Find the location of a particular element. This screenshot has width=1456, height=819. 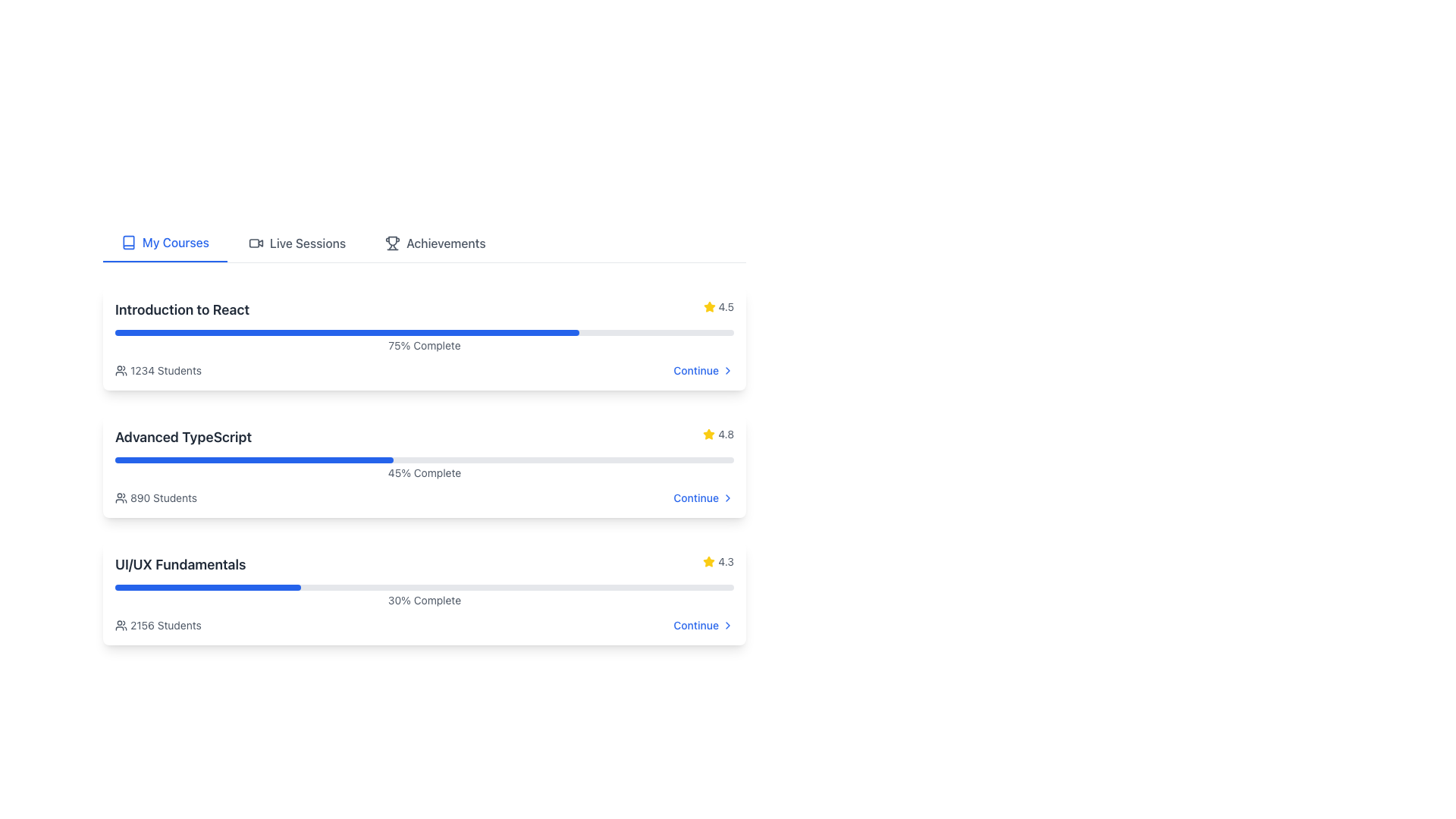

the progress bar located in the 'Advanced TypeScript' section, which visually conveys the course's completion status and is positioned below the text '45% Complete' is located at coordinates (425, 459).